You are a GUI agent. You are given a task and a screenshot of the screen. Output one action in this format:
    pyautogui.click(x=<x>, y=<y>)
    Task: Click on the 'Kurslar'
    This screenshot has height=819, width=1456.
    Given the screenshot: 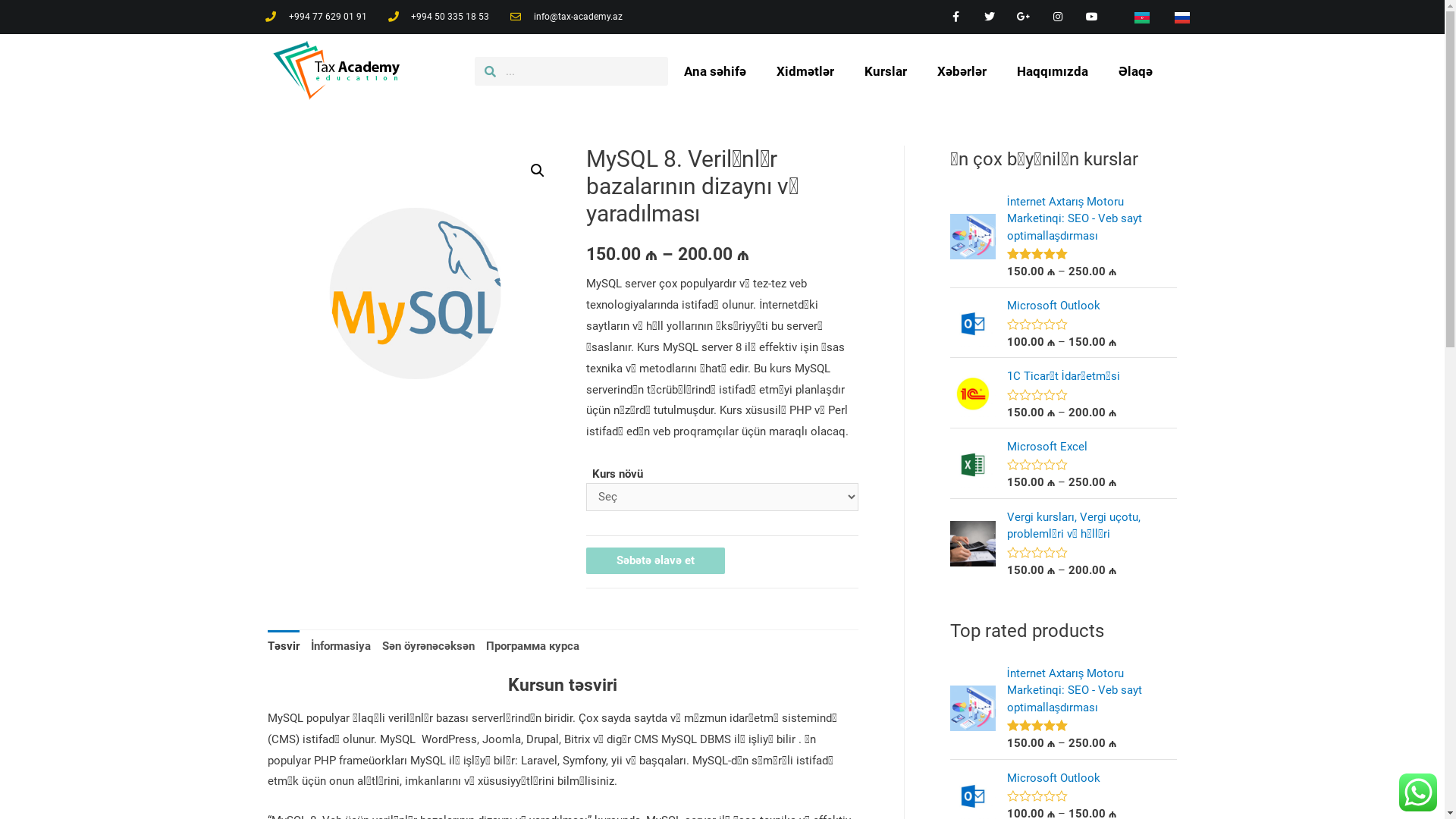 What is the action you would take?
    pyautogui.click(x=885, y=71)
    